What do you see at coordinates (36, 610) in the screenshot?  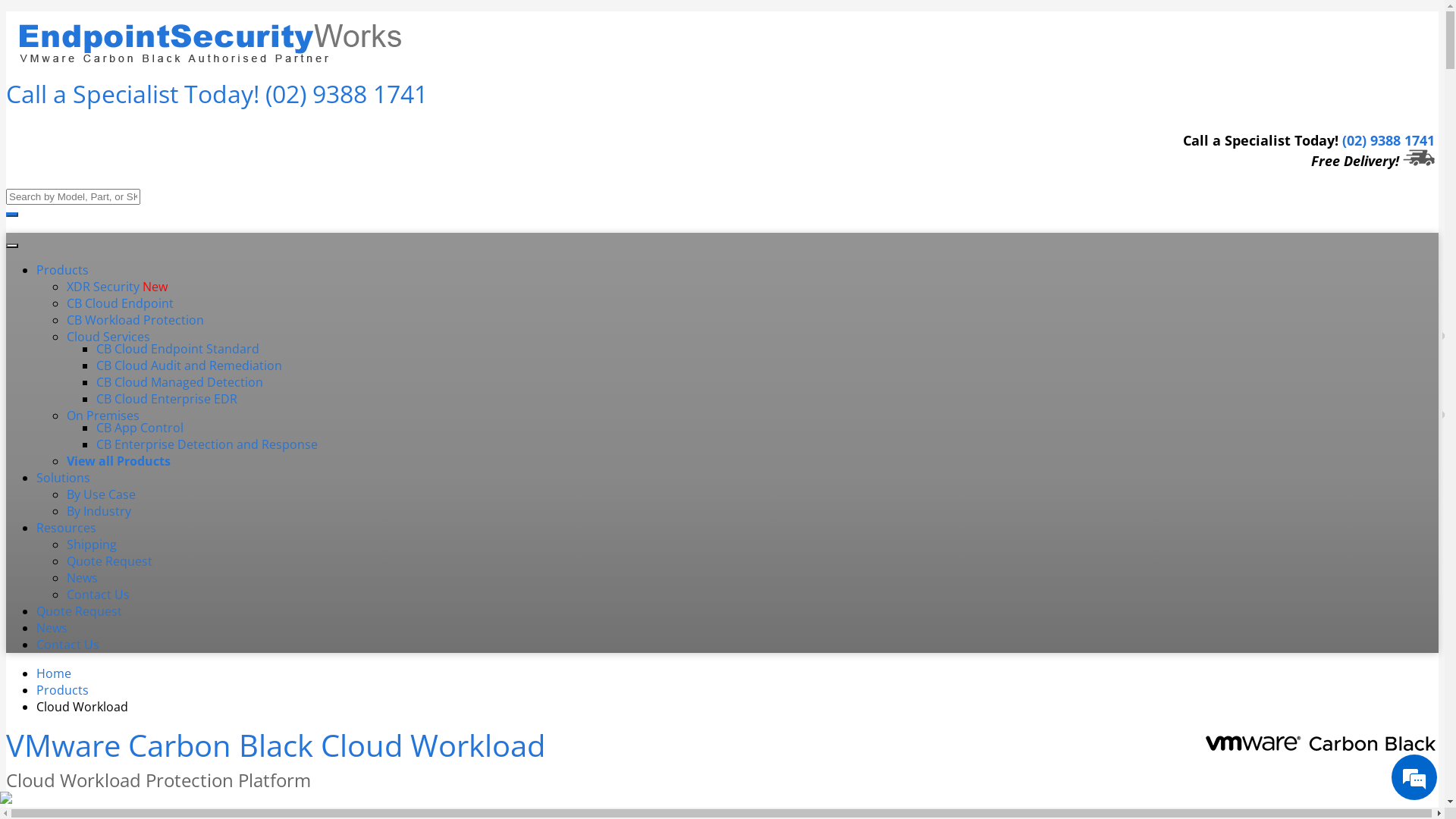 I see `'Quote Request'` at bounding box center [36, 610].